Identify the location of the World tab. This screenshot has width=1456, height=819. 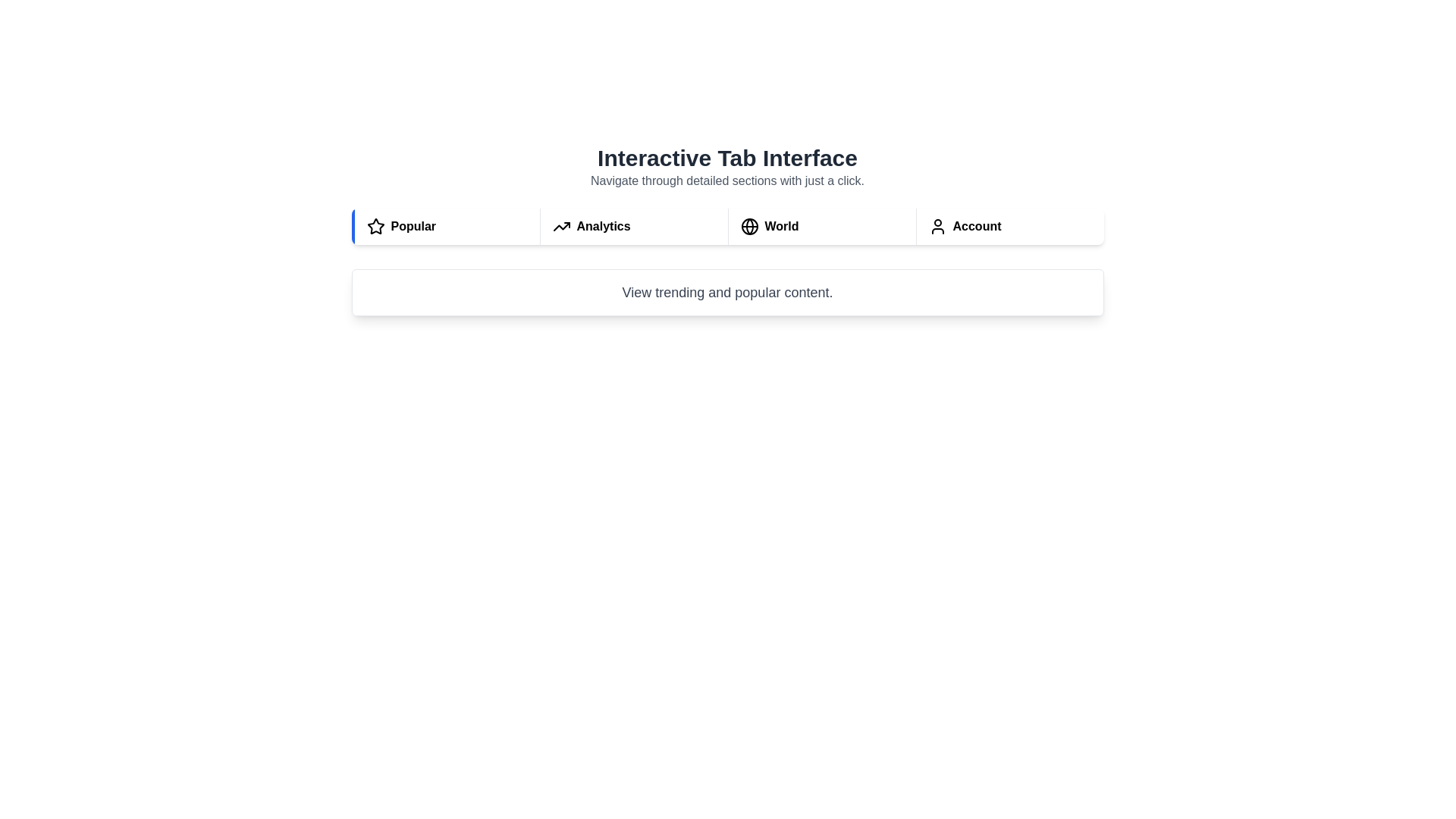
(821, 227).